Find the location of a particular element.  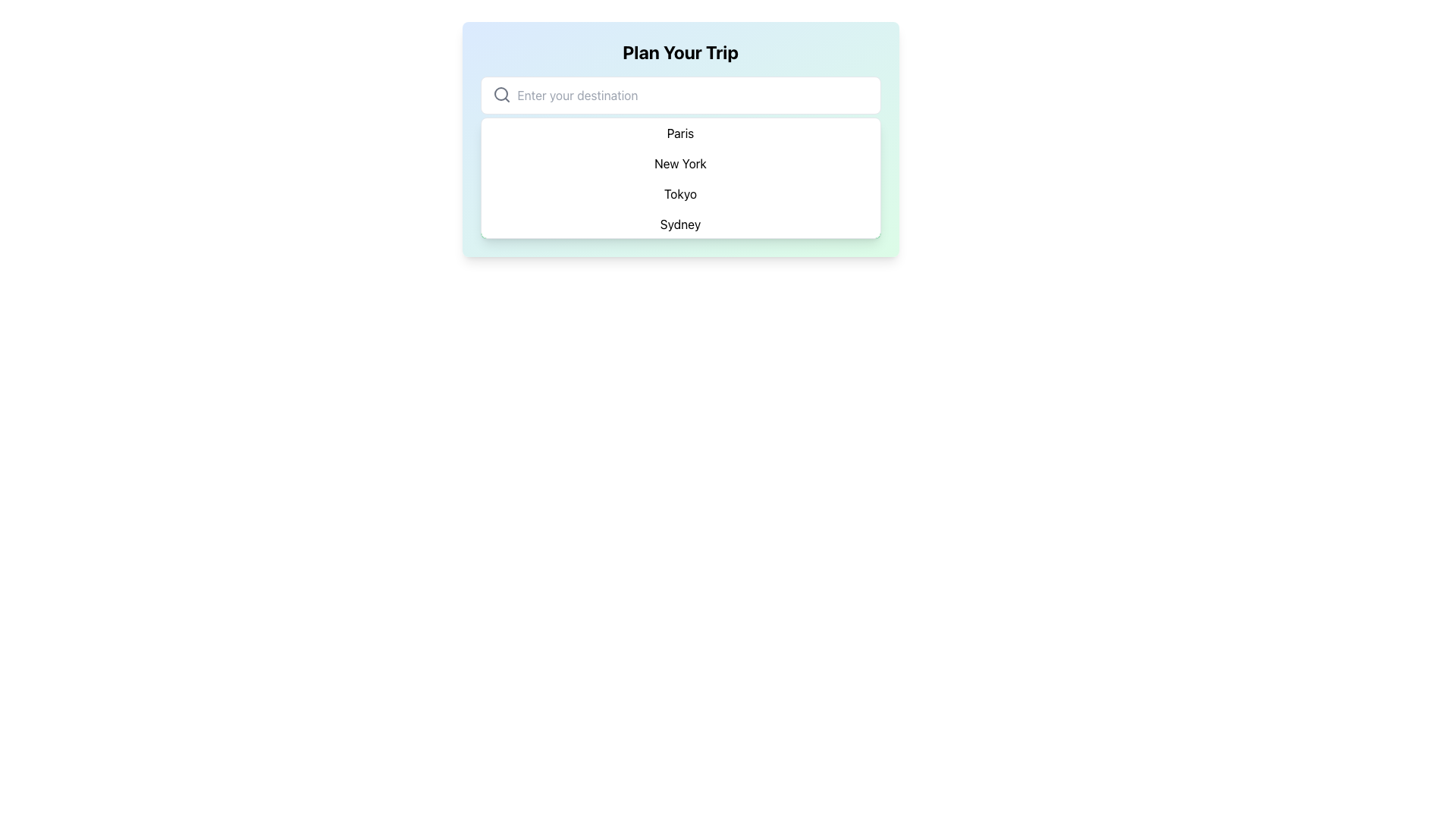

the first list item labeled 'Paris' is located at coordinates (679, 140).